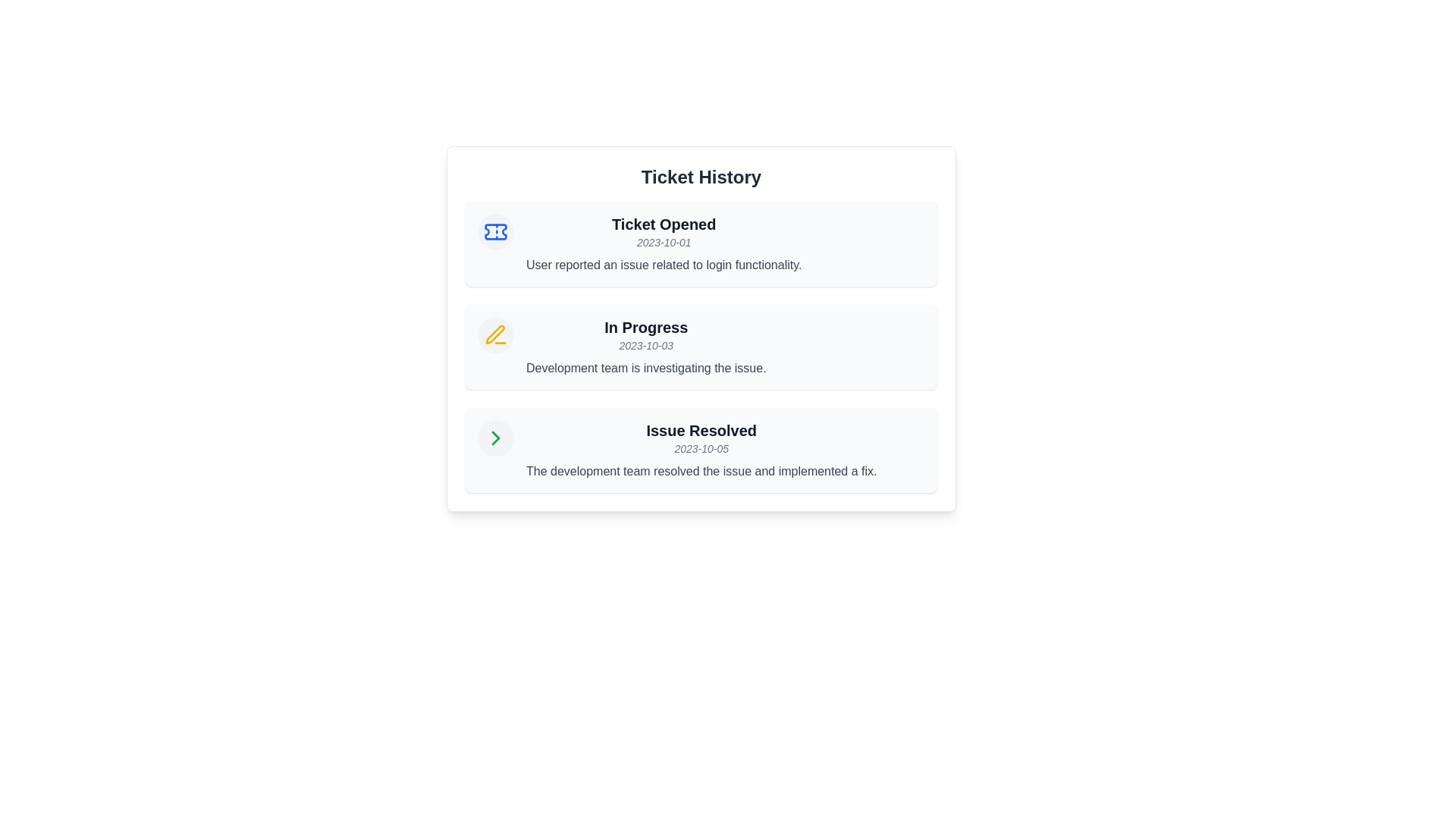 The height and width of the screenshot is (819, 1456). What do you see at coordinates (495, 231) in the screenshot?
I see `the ticket icon styled with blue lines, located at the top-left corner of the first item in the 'Ticket History' list, aligned with the title 'Ticket Opened'` at bounding box center [495, 231].